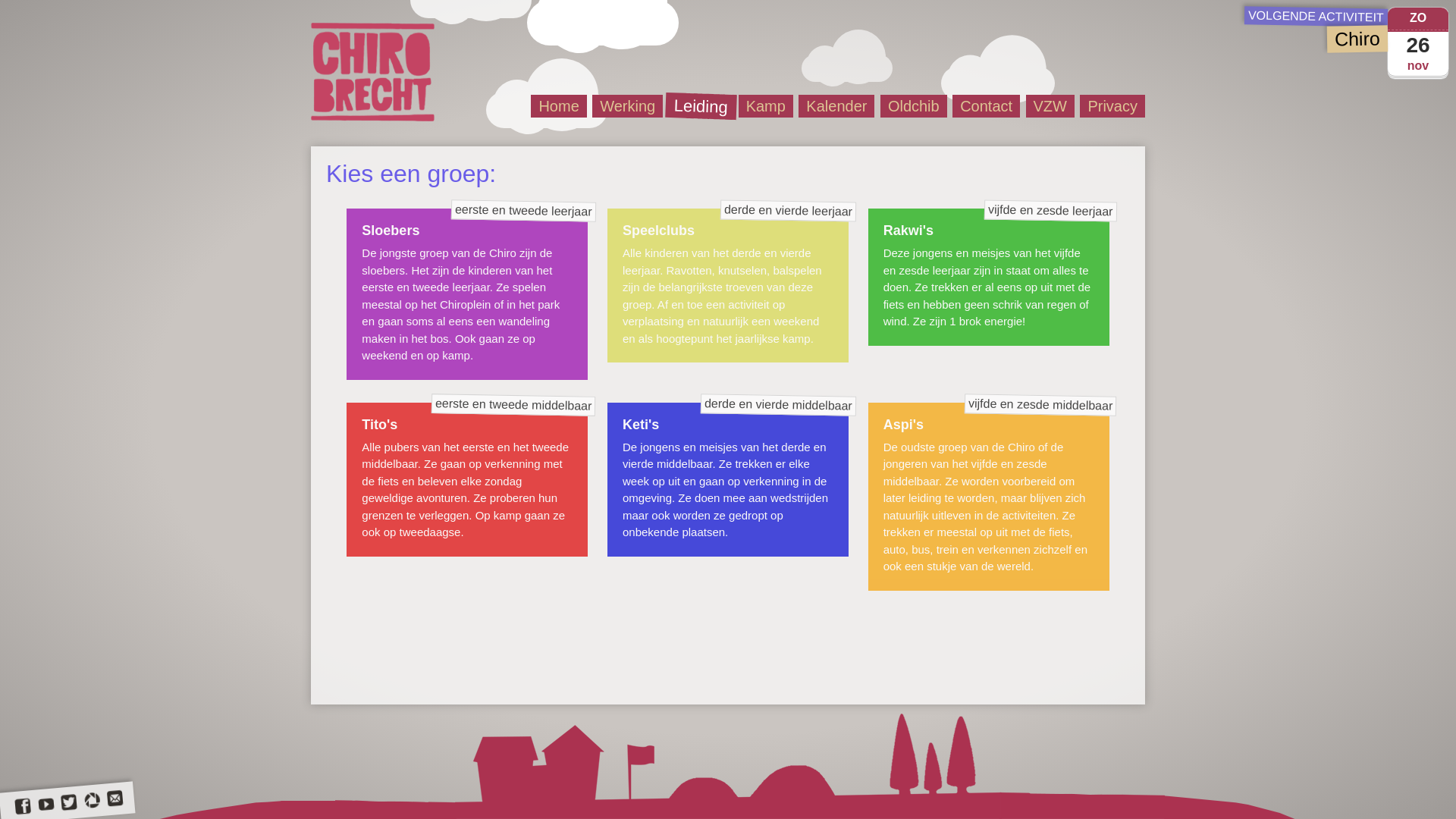  Describe the element at coordinates (113, 798) in the screenshot. I see `'Stuur ons een e-mail'` at that location.